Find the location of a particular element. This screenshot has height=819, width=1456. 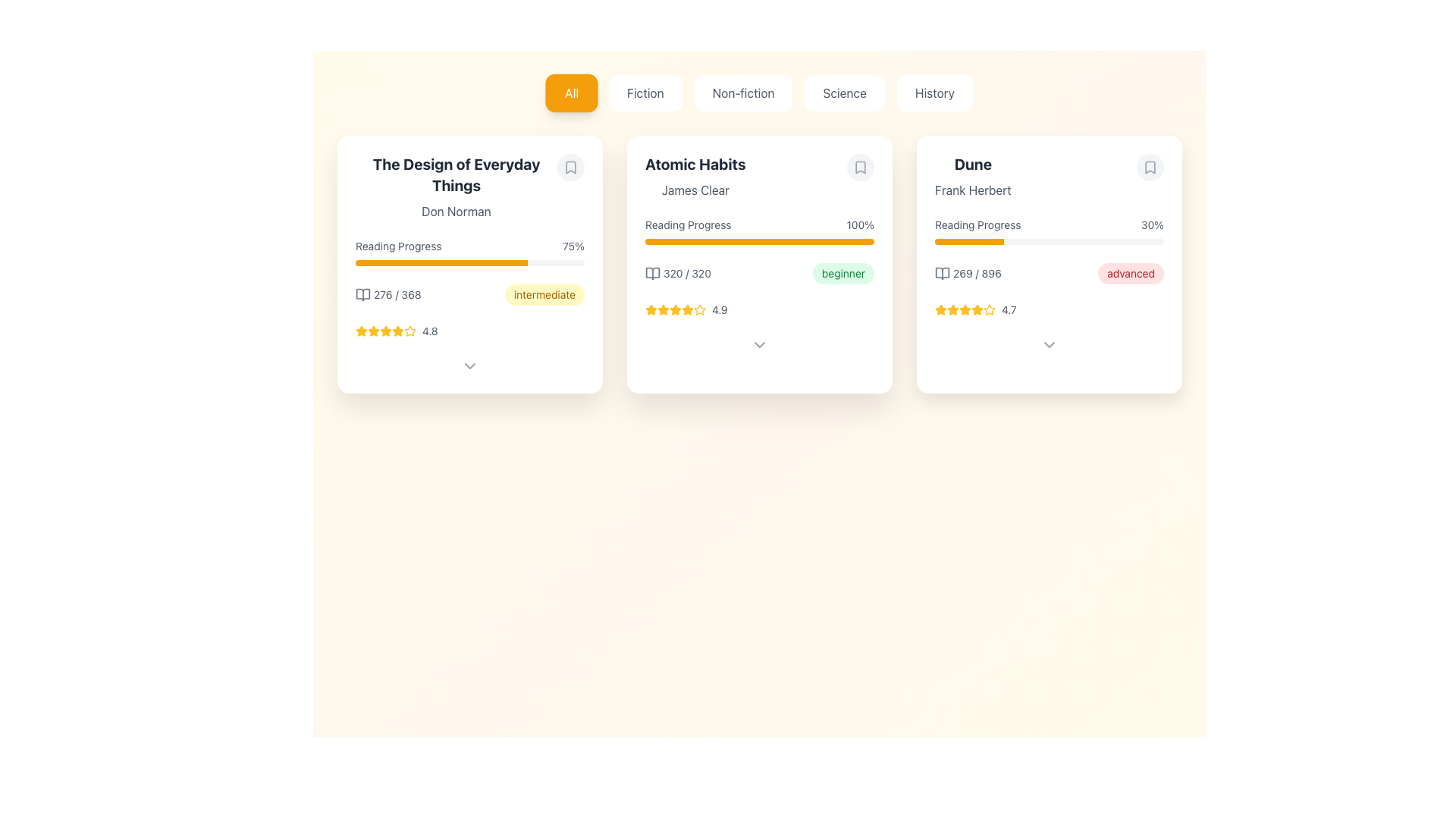

the progress indicator of the book 'Dune' located beneath the 'Reading Progress' text, which shows a completion percentage of 30% is located at coordinates (1048, 241).